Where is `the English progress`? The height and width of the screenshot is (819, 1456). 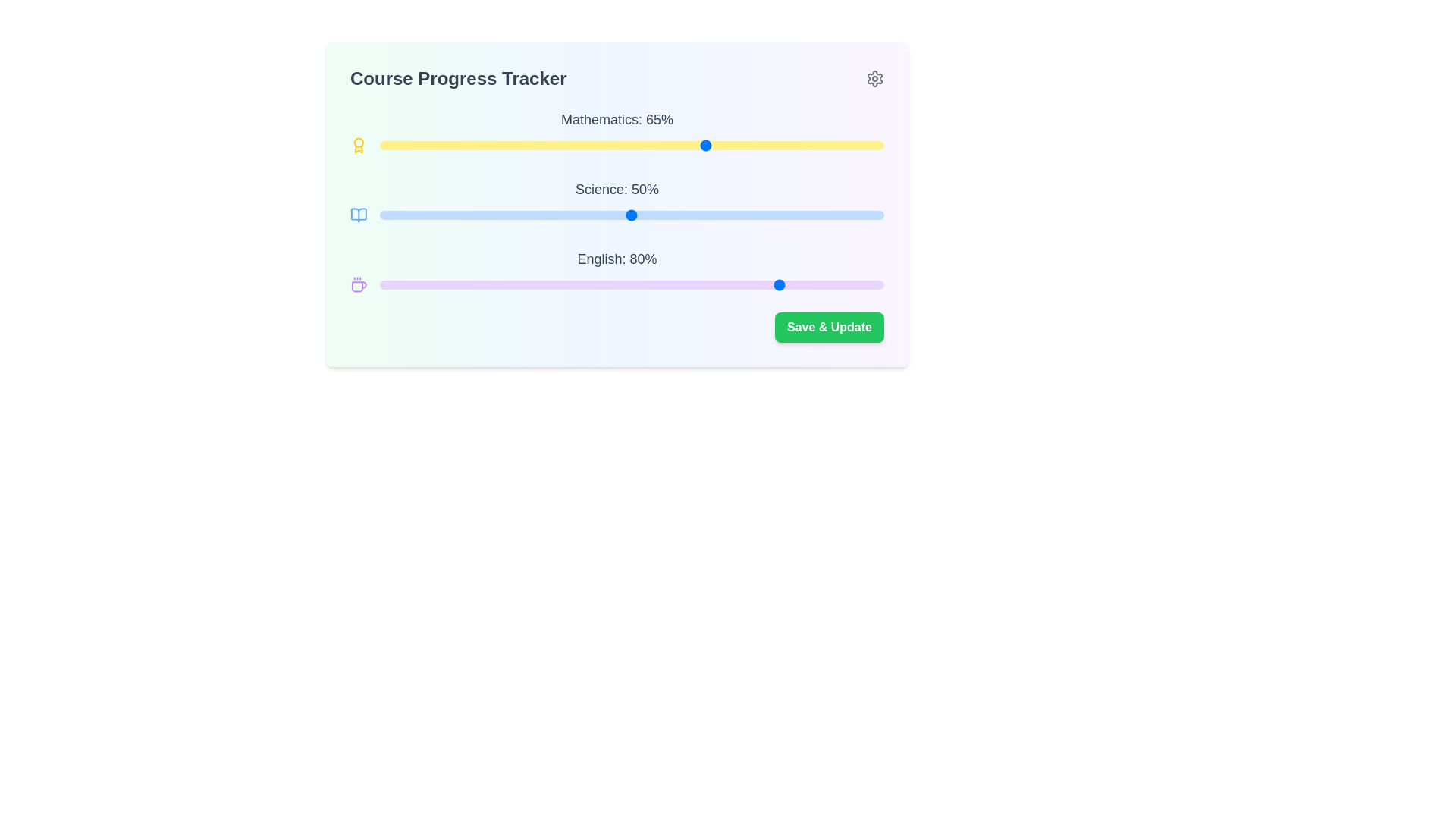 the English progress is located at coordinates (792, 284).